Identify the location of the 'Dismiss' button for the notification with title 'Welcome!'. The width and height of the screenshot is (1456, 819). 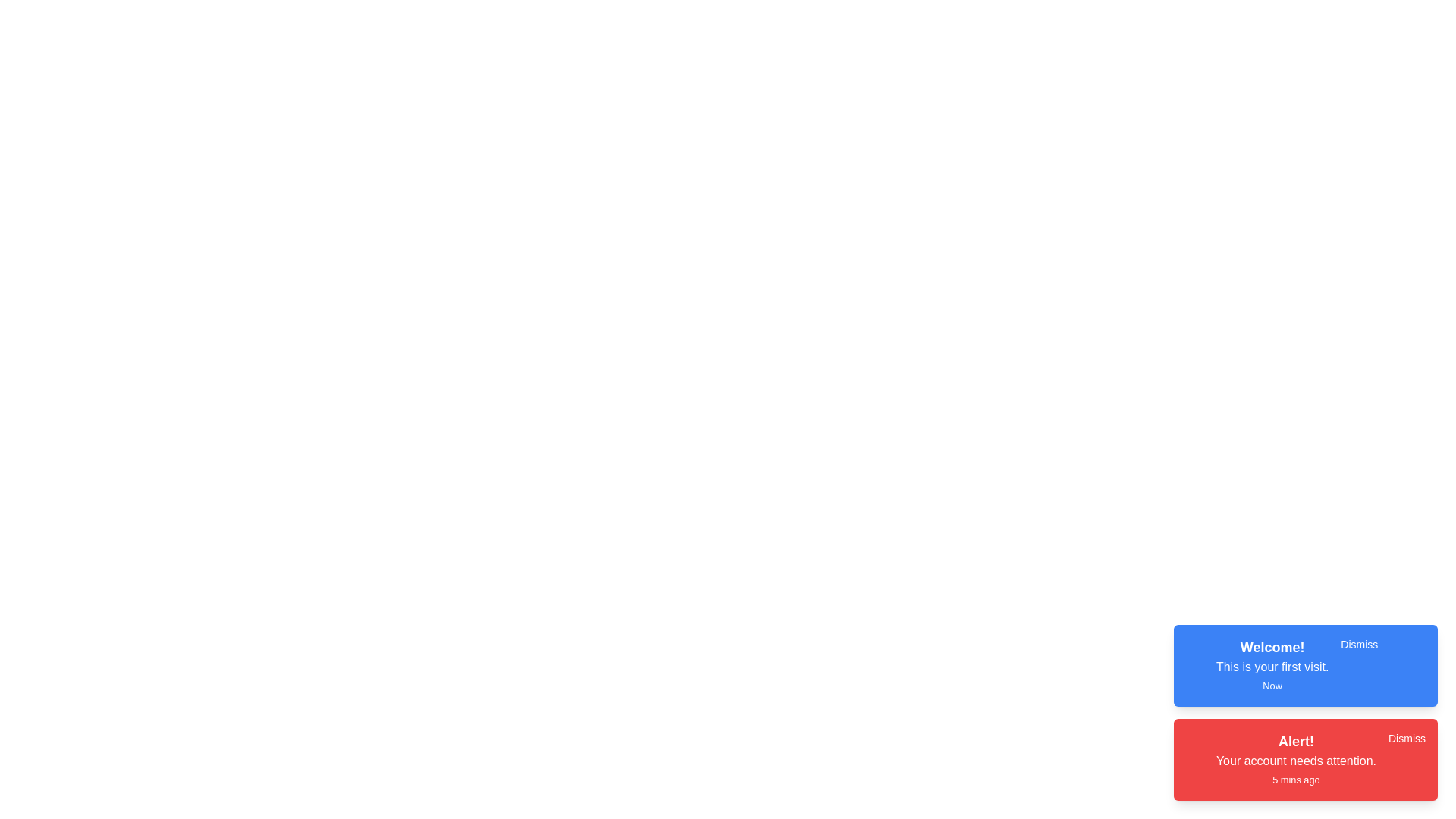
(1359, 644).